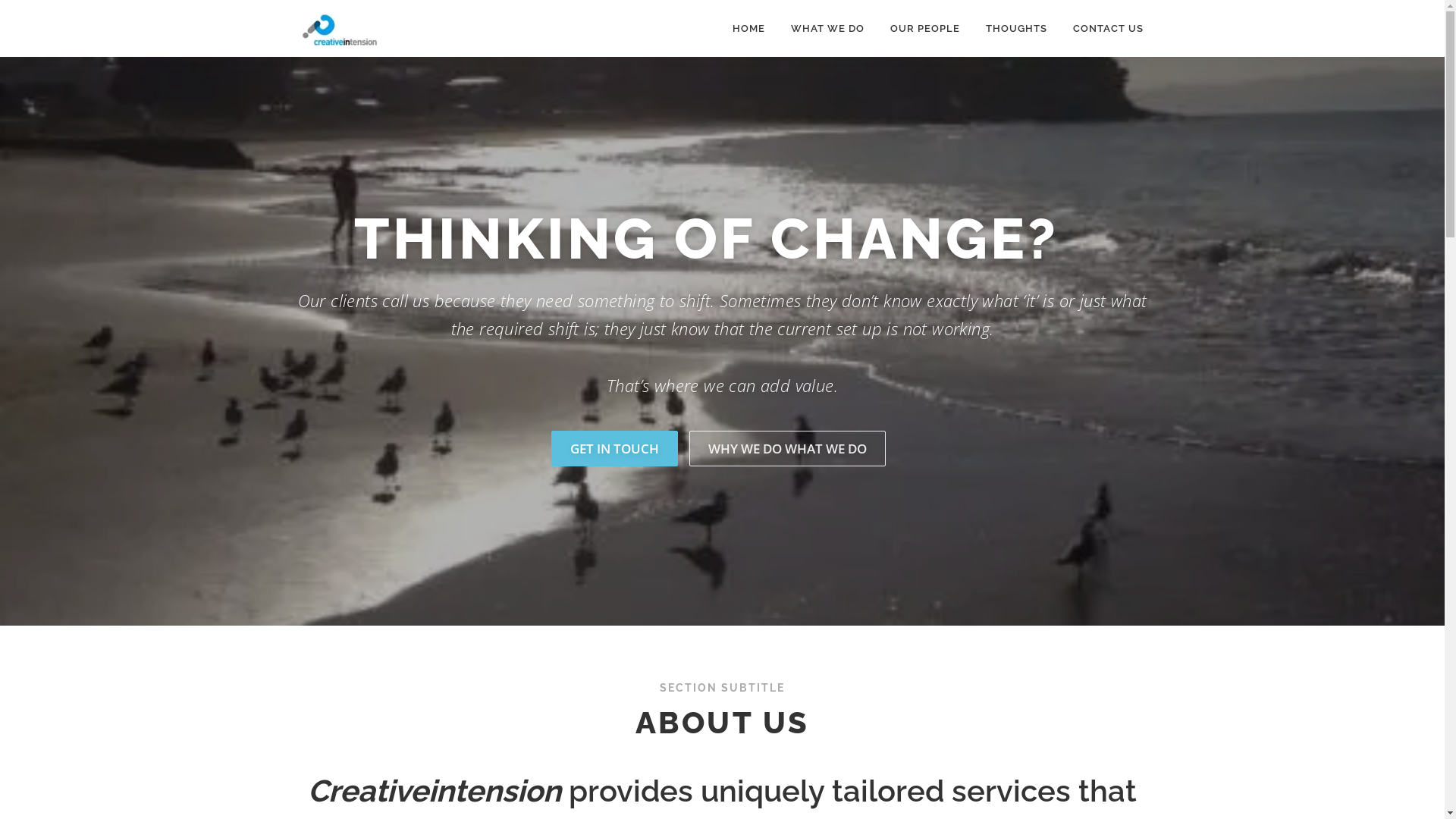 This screenshot has width=1456, height=819. Describe the element at coordinates (827, 28) in the screenshot. I see `'WHAT WE DO'` at that location.